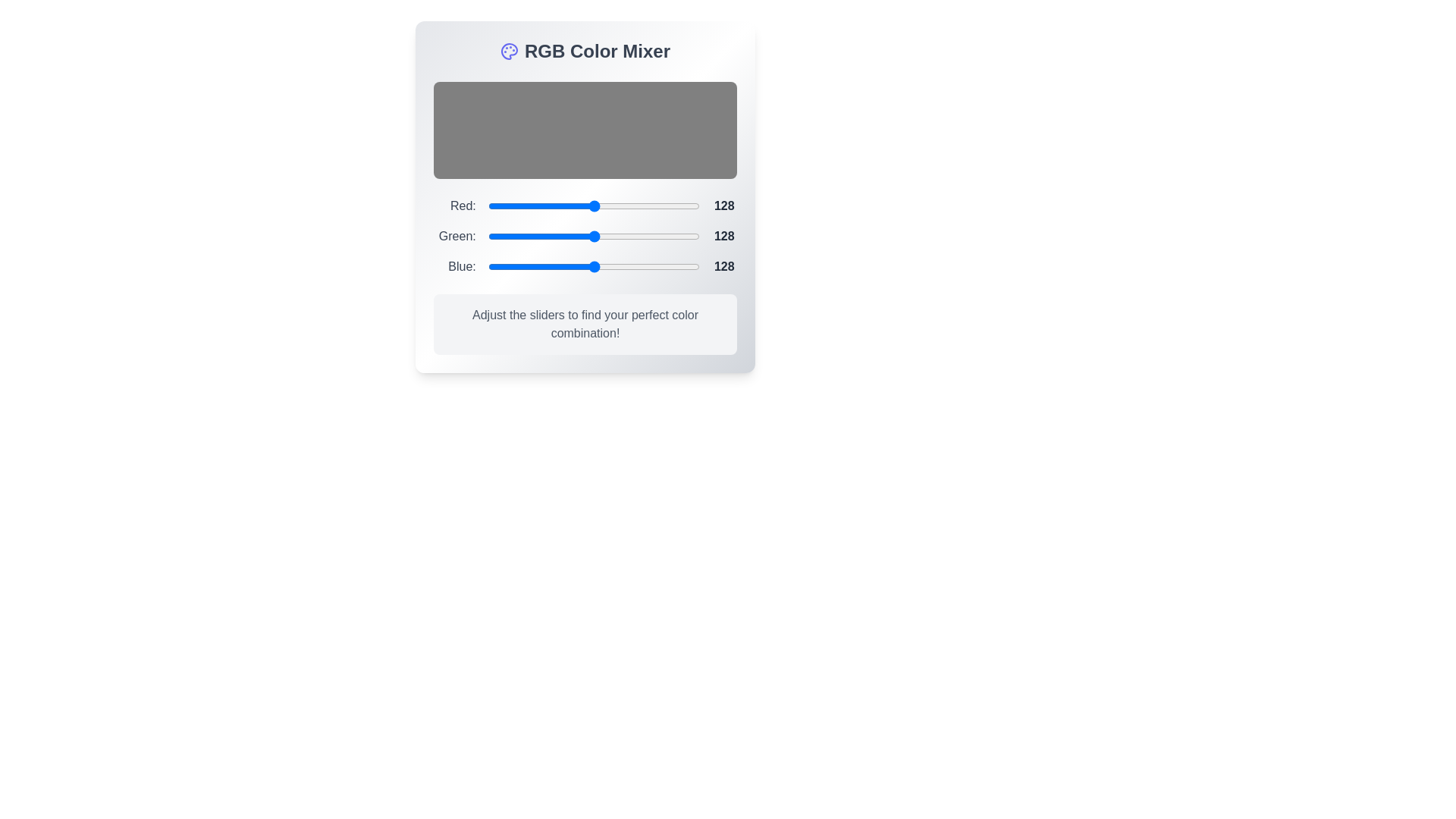  I want to click on the 1 slider to 145, so click(608, 237).